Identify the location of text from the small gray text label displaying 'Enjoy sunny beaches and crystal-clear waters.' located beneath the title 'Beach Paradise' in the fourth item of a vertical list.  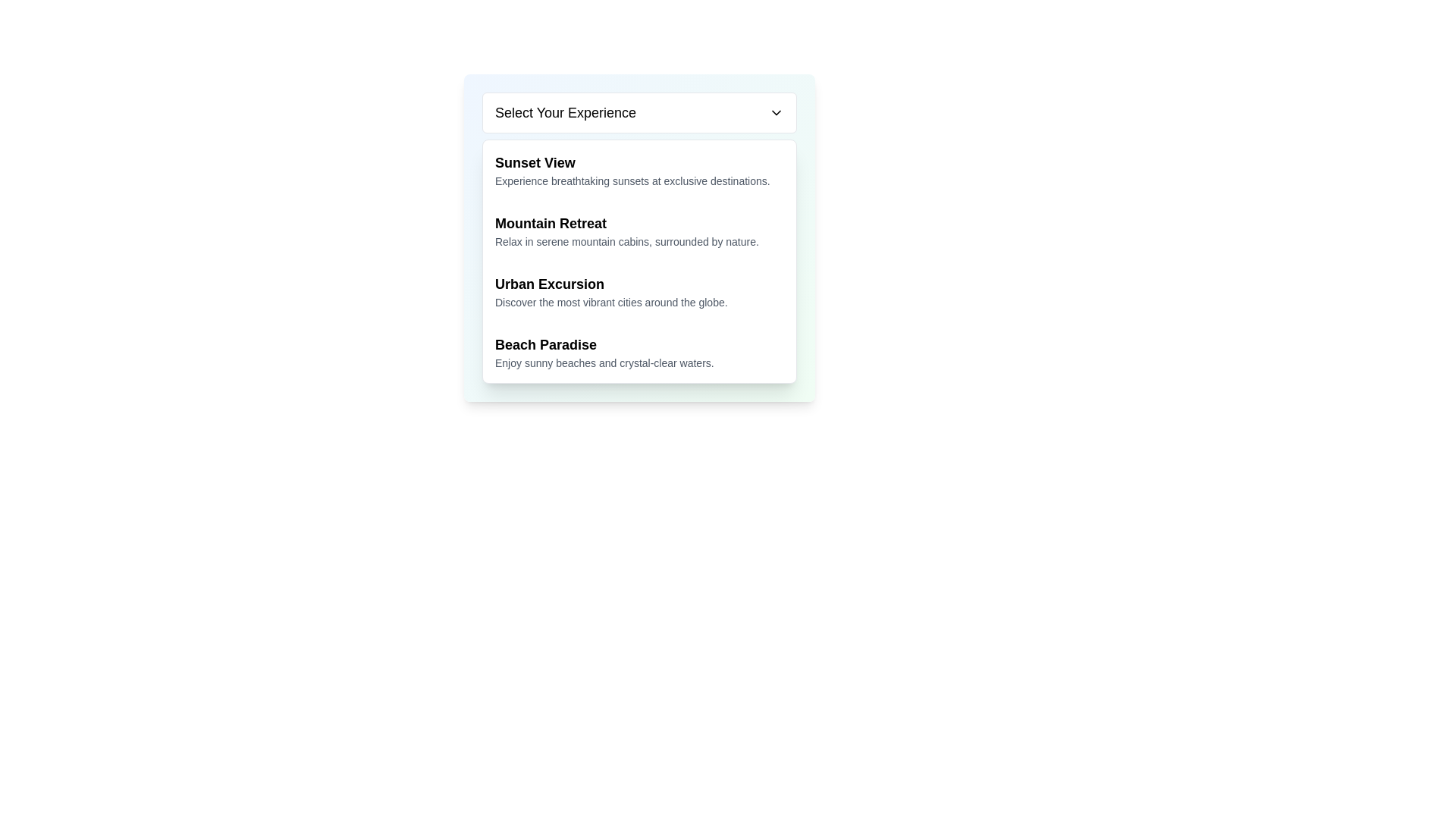
(639, 362).